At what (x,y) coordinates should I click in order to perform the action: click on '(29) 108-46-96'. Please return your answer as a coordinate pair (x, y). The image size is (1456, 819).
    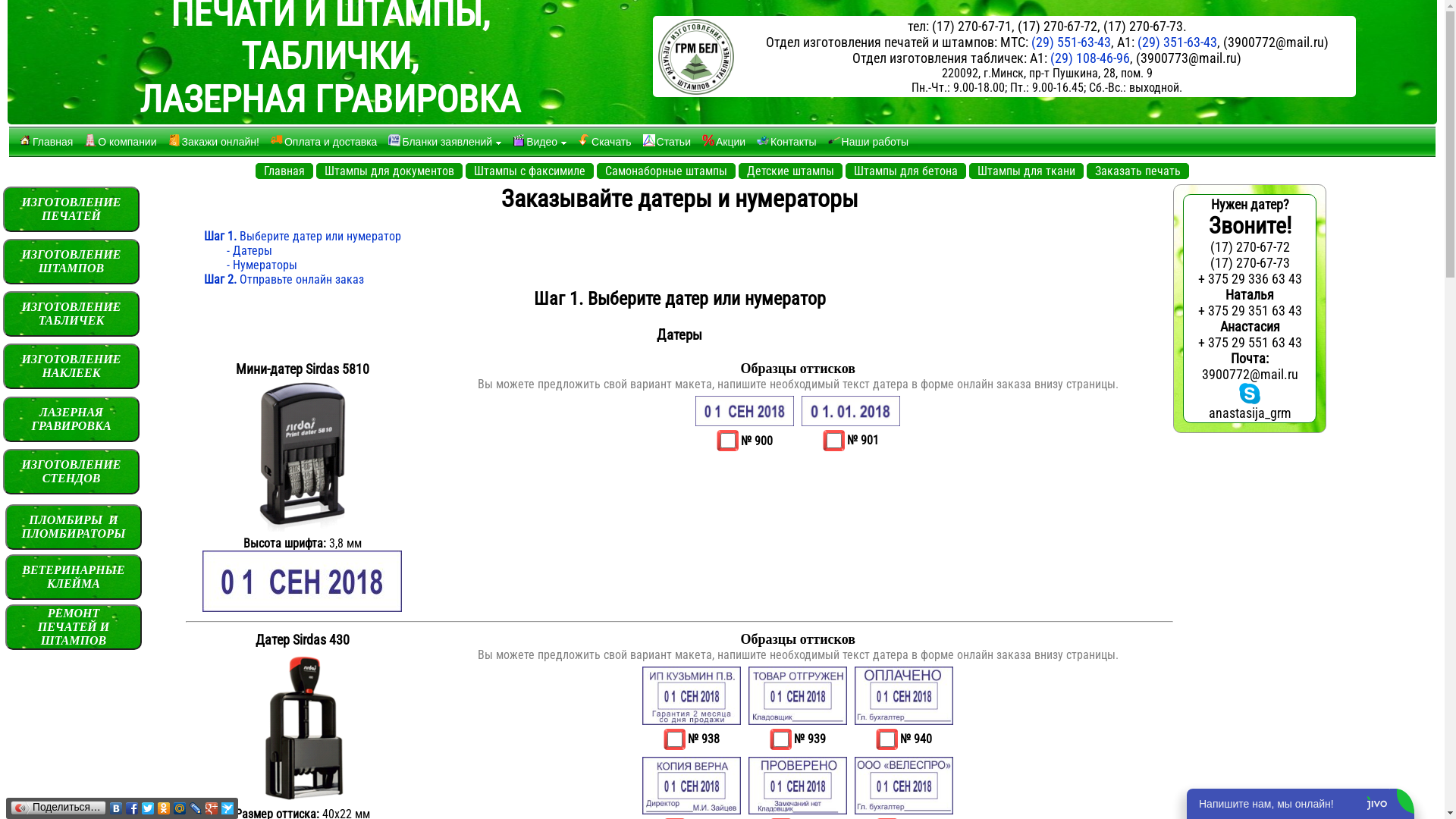
    Looking at the image, I should click on (1089, 57).